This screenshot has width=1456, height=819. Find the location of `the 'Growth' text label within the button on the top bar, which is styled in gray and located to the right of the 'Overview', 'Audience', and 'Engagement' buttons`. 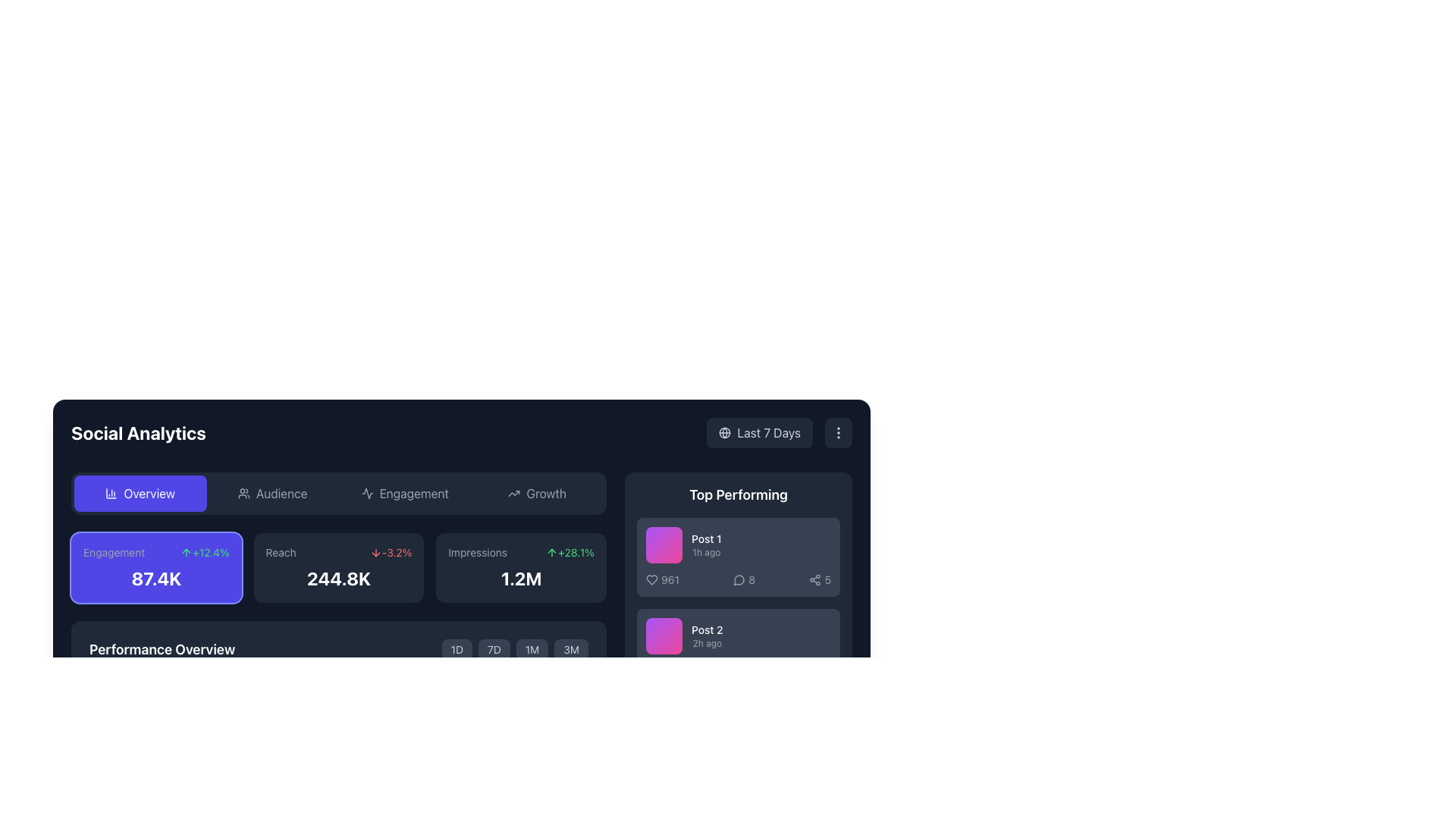

the 'Growth' text label within the button on the top bar, which is styled in gray and located to the right of the 'Overview', 'Audience', and 'Engagement' buttons is located at coordinates (546, 494).